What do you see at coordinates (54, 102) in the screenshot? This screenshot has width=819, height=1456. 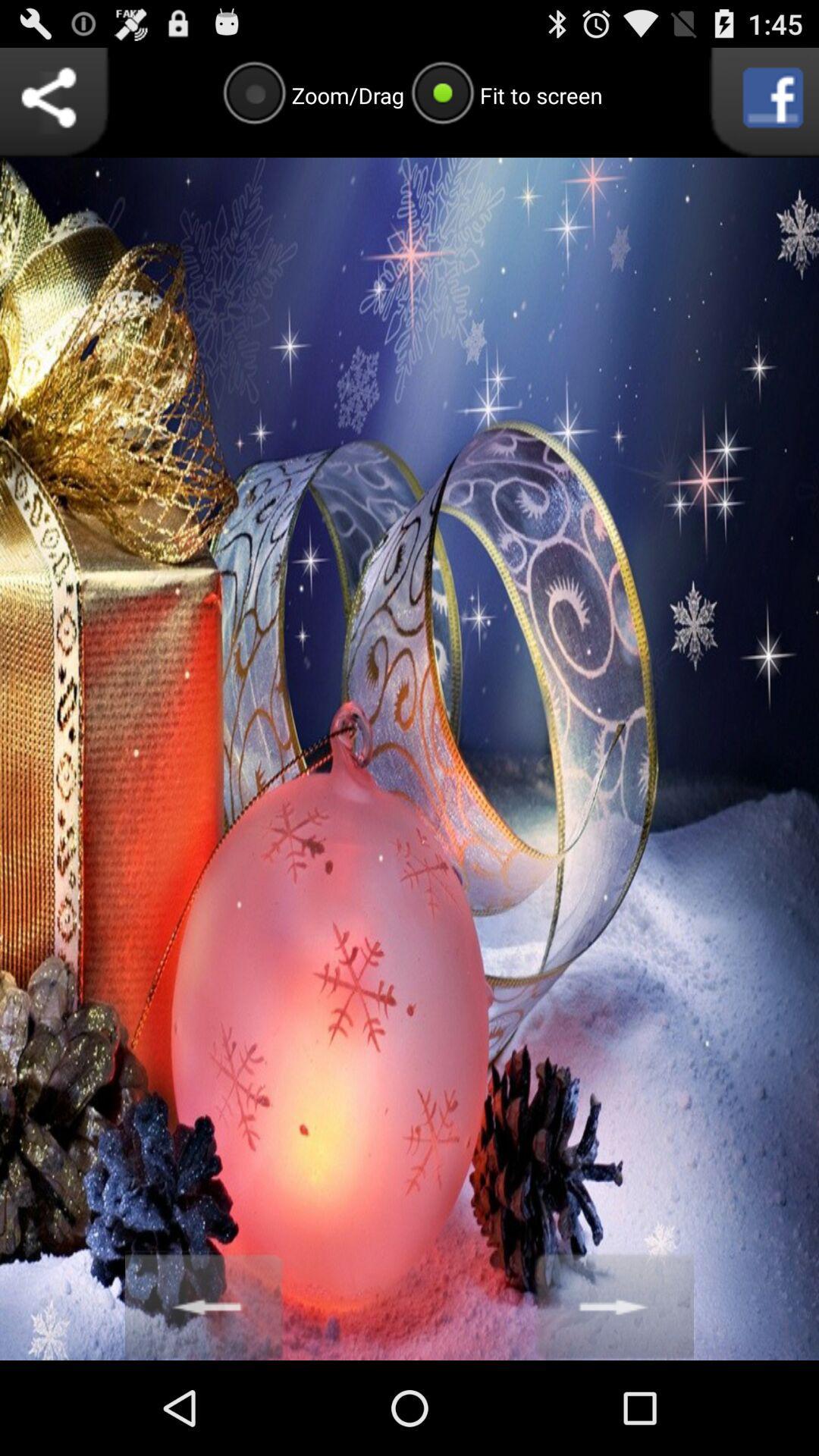 I see `open share menu` at bounding box center [54, 102].